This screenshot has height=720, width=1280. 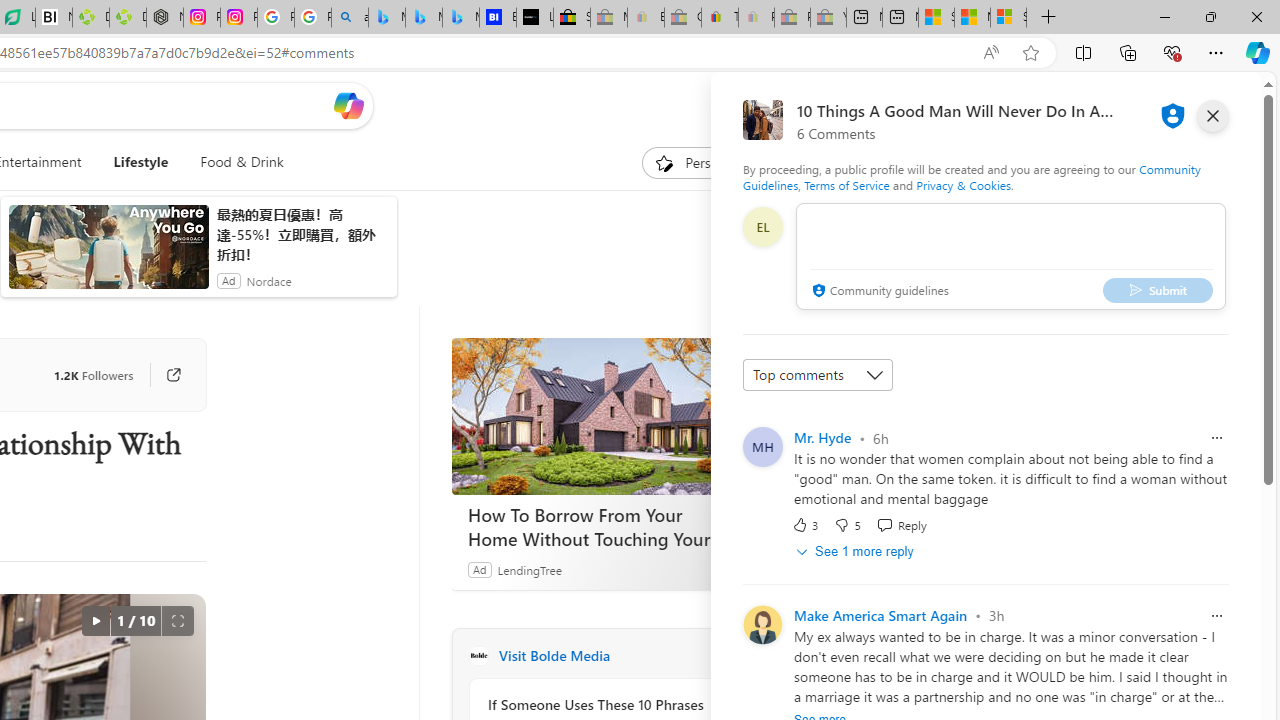 I want to click on 'Personalize', so click(x=704, y=162).